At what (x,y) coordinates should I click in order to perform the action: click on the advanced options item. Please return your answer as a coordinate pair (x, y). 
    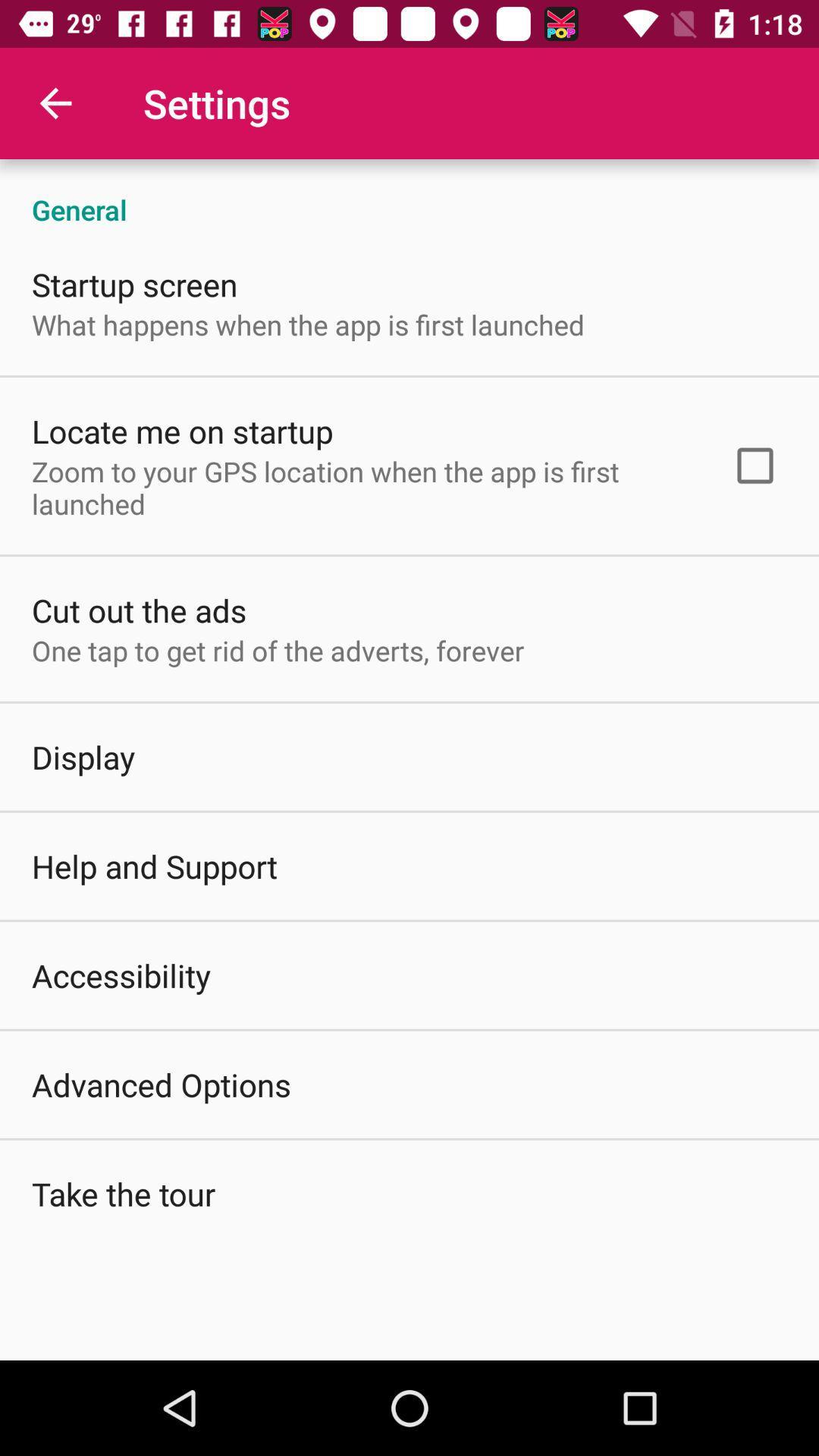
    Looking at the image, I should click on (161, 1084).